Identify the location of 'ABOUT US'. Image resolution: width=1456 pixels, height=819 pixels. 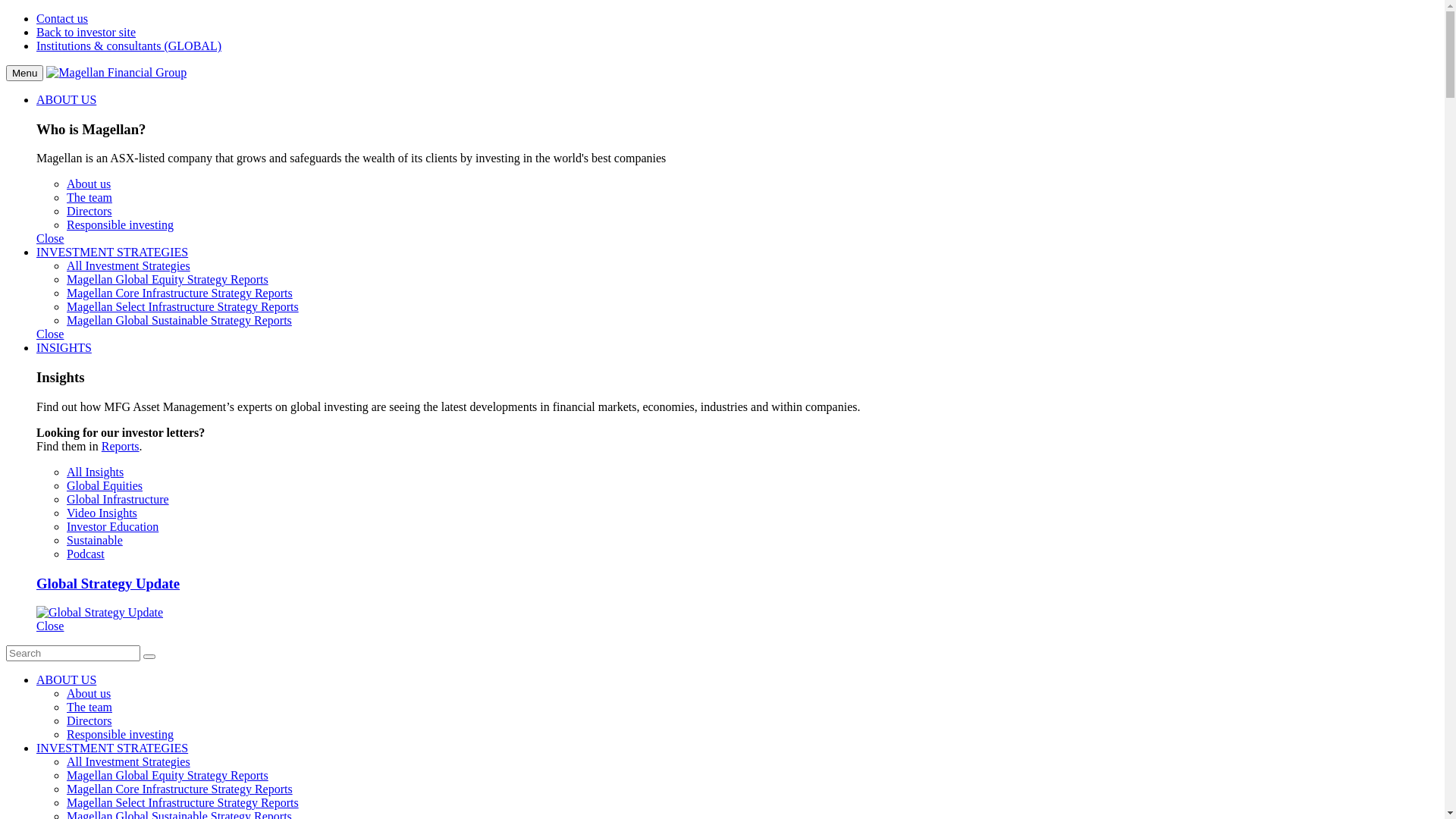
(36, 679).